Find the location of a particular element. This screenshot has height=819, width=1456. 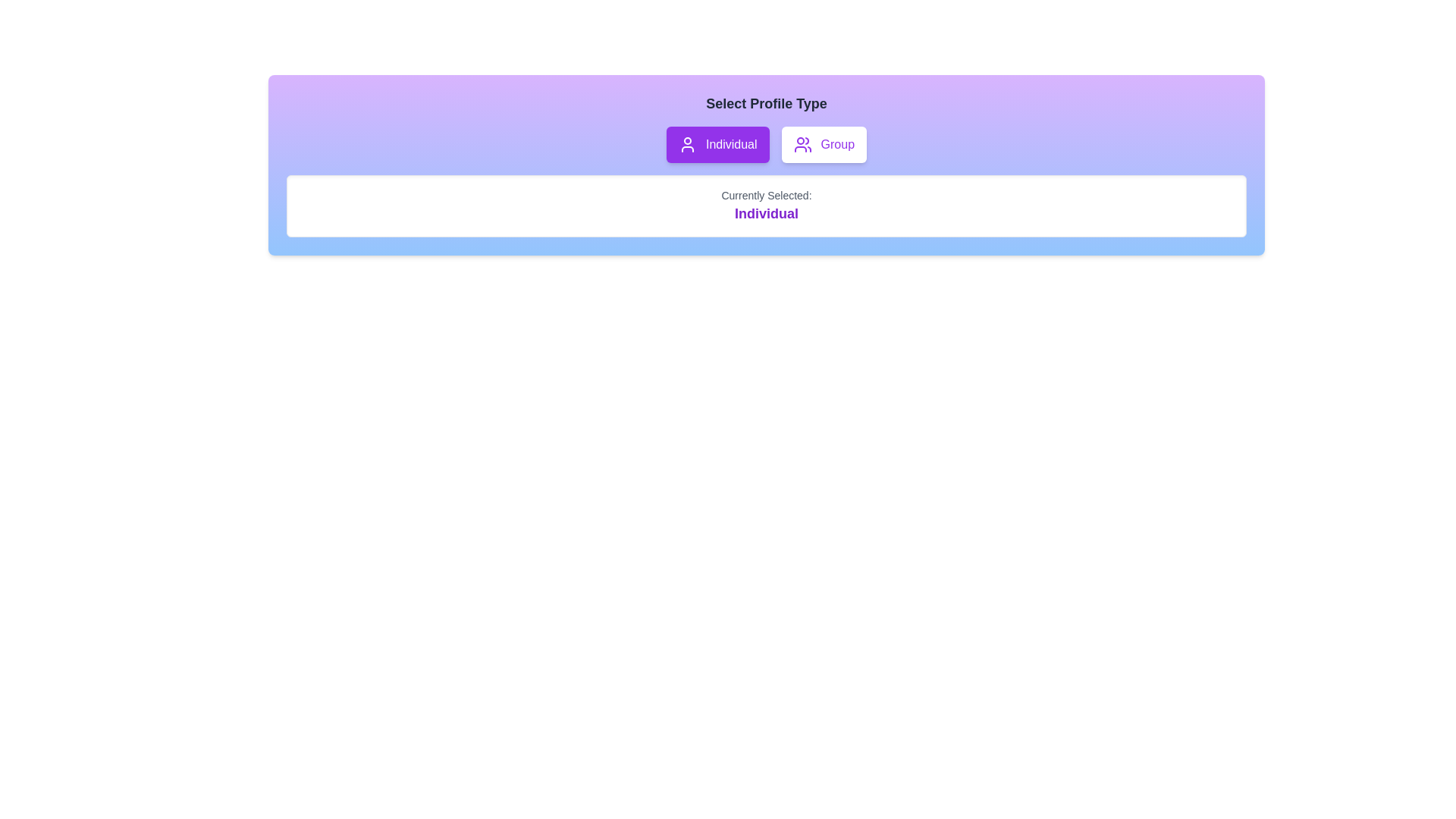

the profile type by clicking on the corresponding button labeled Individual is located at coordinates (717, 145).